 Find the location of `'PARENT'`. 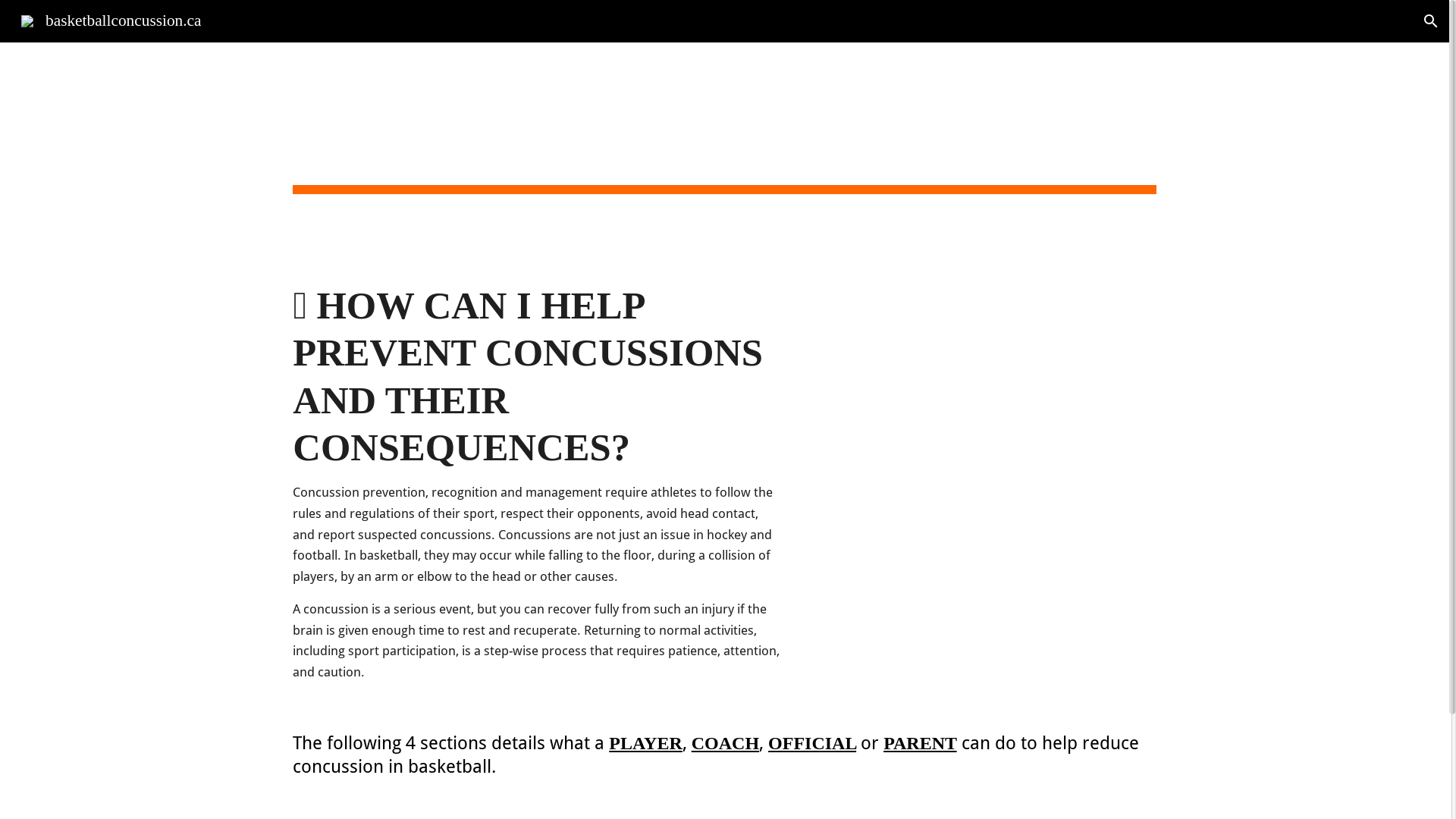

'PARENT' is located at coordinates (919, 742).